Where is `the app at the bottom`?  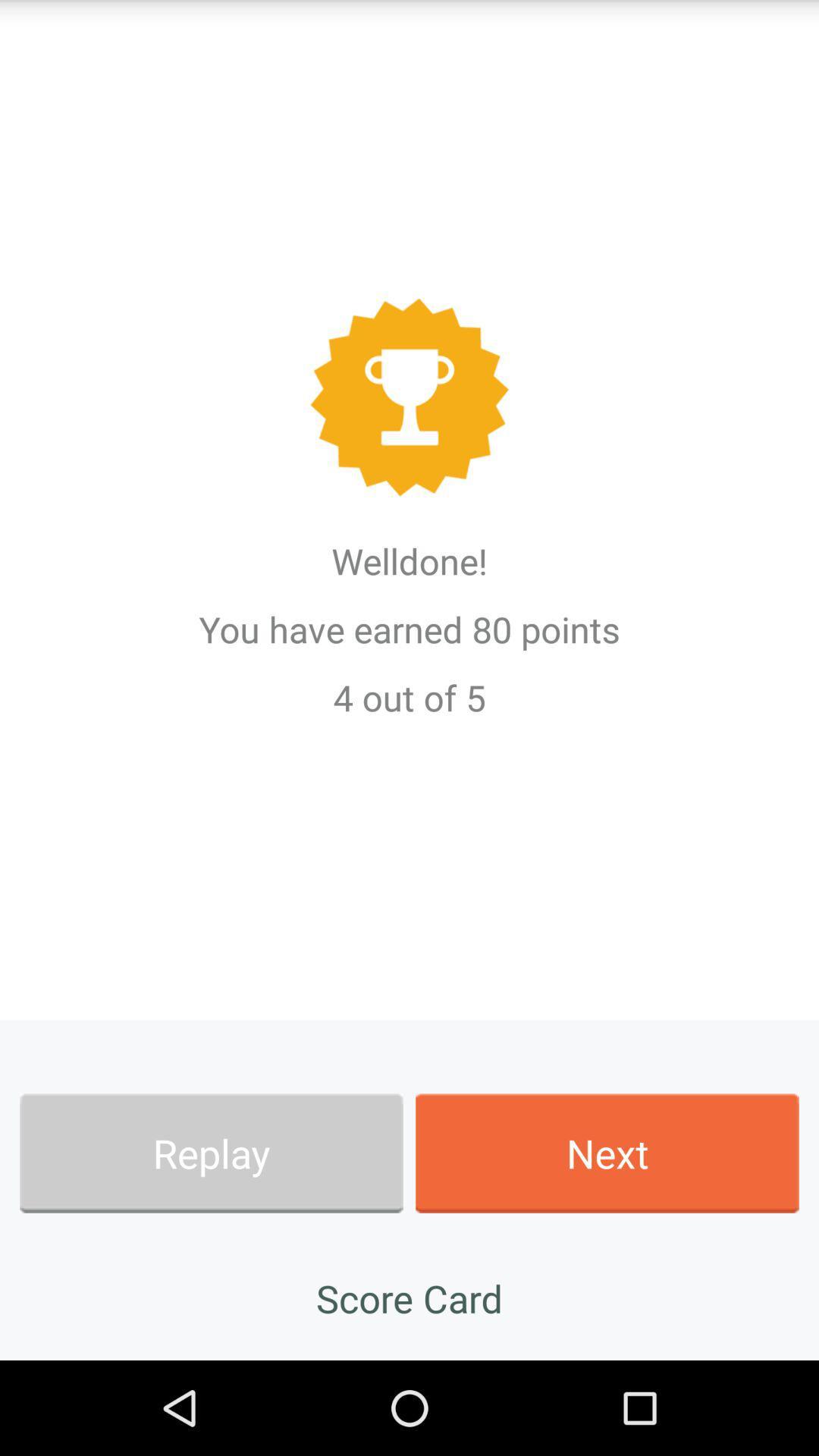
the app at the bottom is located at coordinates (409, 1298).